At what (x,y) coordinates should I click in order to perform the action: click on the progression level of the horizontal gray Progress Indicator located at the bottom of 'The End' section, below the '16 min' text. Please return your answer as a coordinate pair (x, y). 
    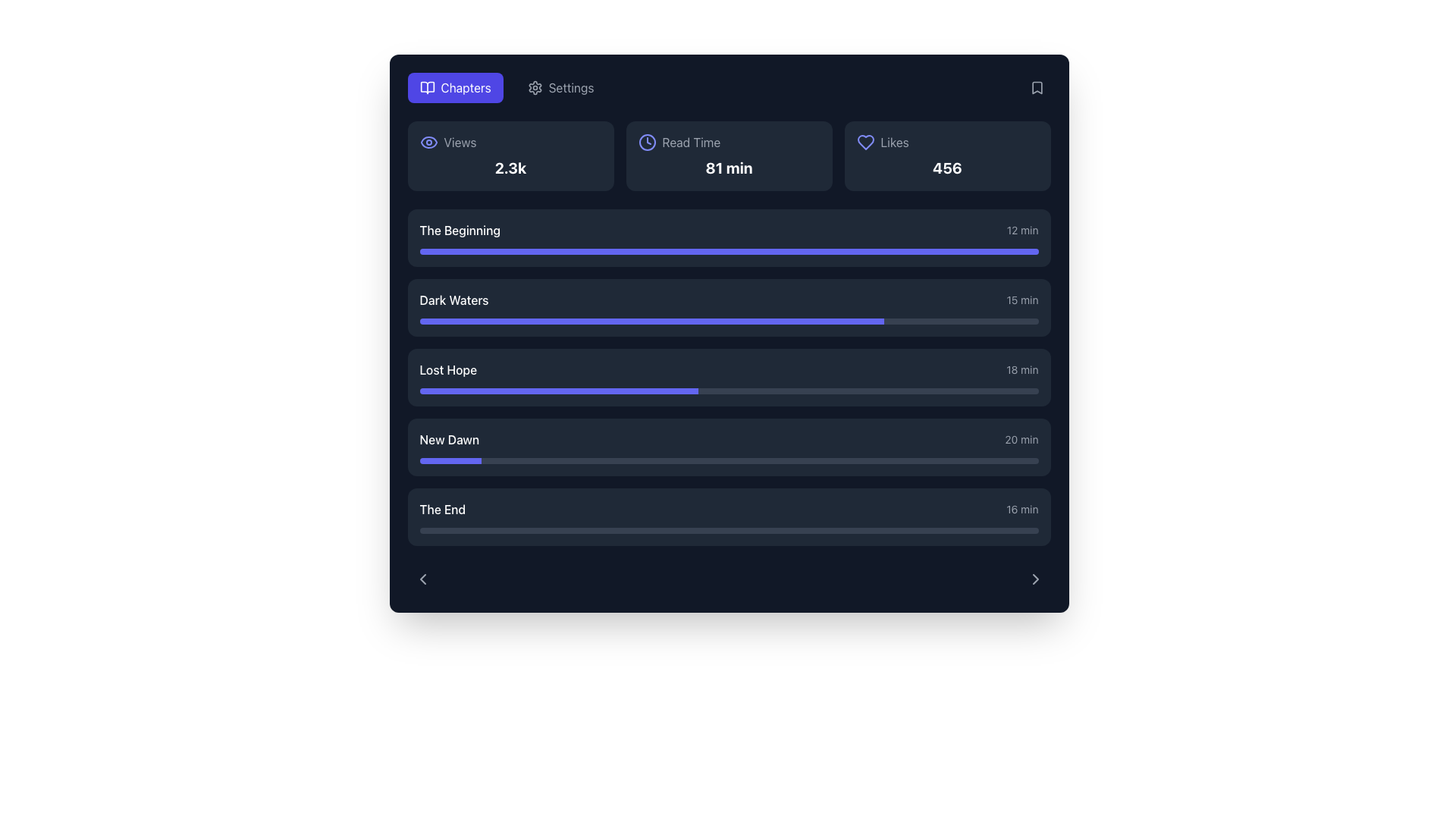
    Looking at the image, I should click on (729, 529).